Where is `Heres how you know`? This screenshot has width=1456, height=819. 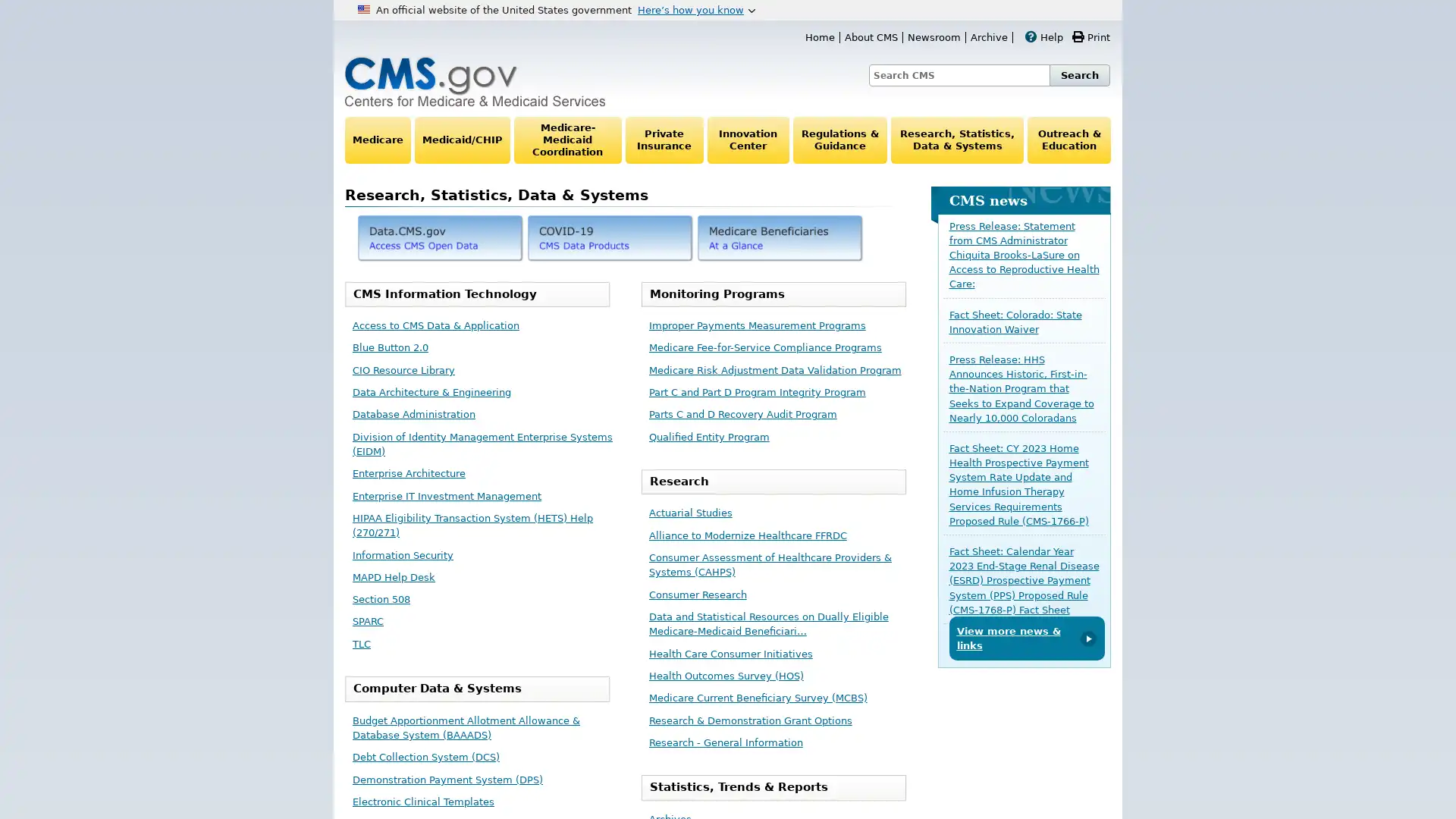
Heres how you know is located at coordinates (695, 9).